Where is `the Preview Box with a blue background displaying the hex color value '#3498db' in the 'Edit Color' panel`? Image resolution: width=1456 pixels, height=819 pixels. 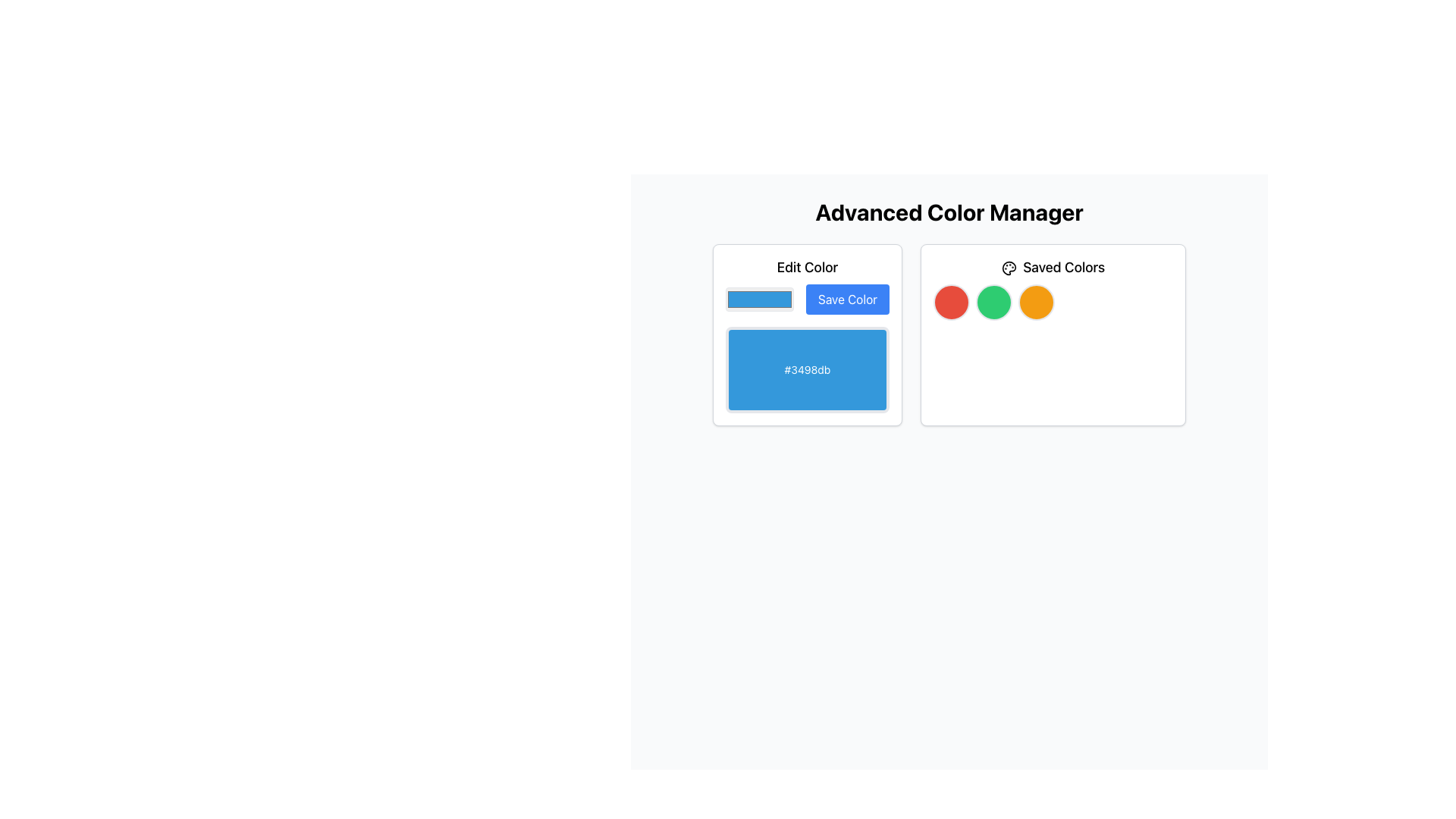 the Preview Box with a blue background displaying the hex color value '#3498db' in the 'Edit Color' panel is located at coordinates (807, 370).